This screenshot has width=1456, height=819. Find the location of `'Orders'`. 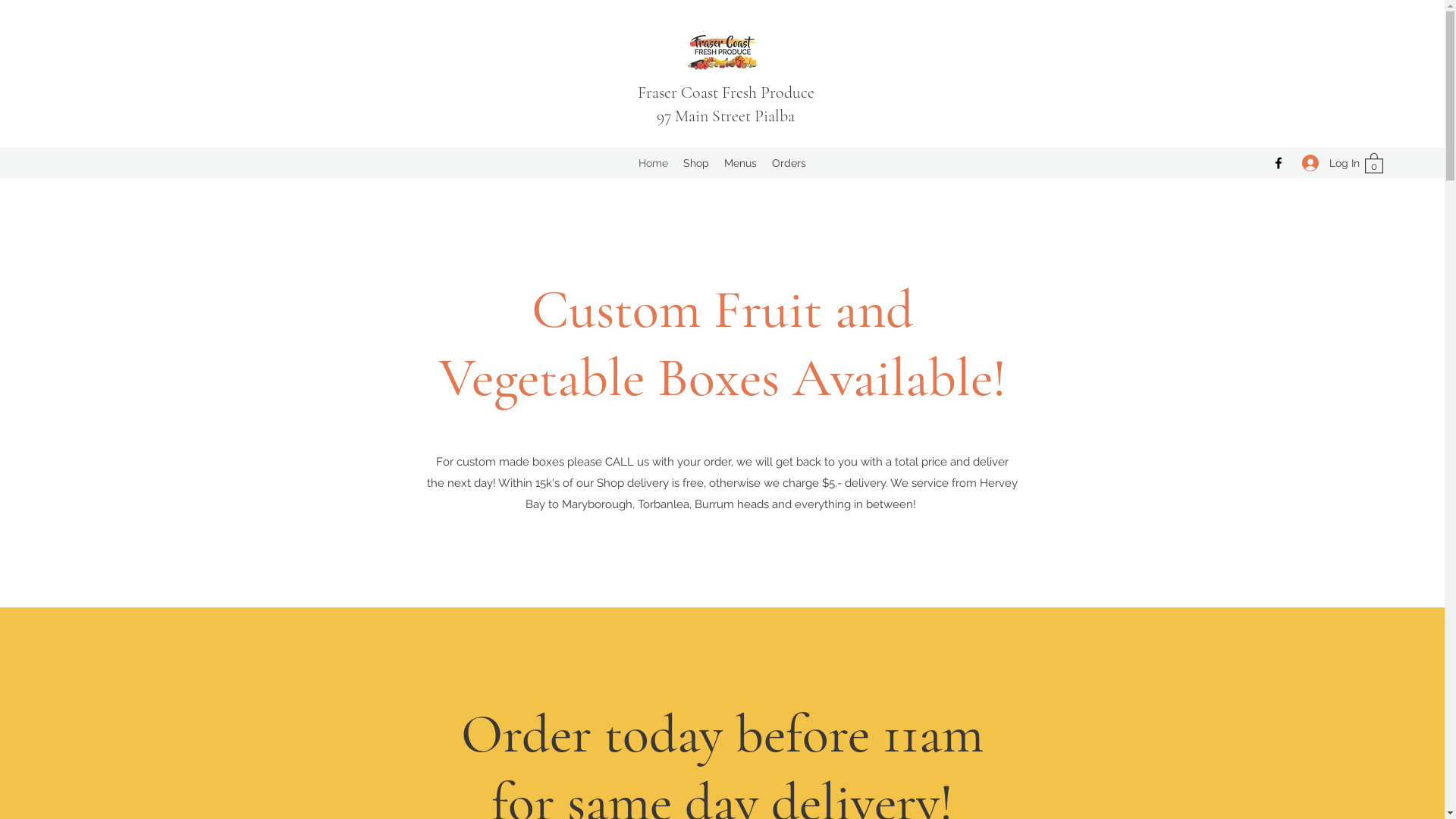

'Orders' is located at coordinates (789, 163).